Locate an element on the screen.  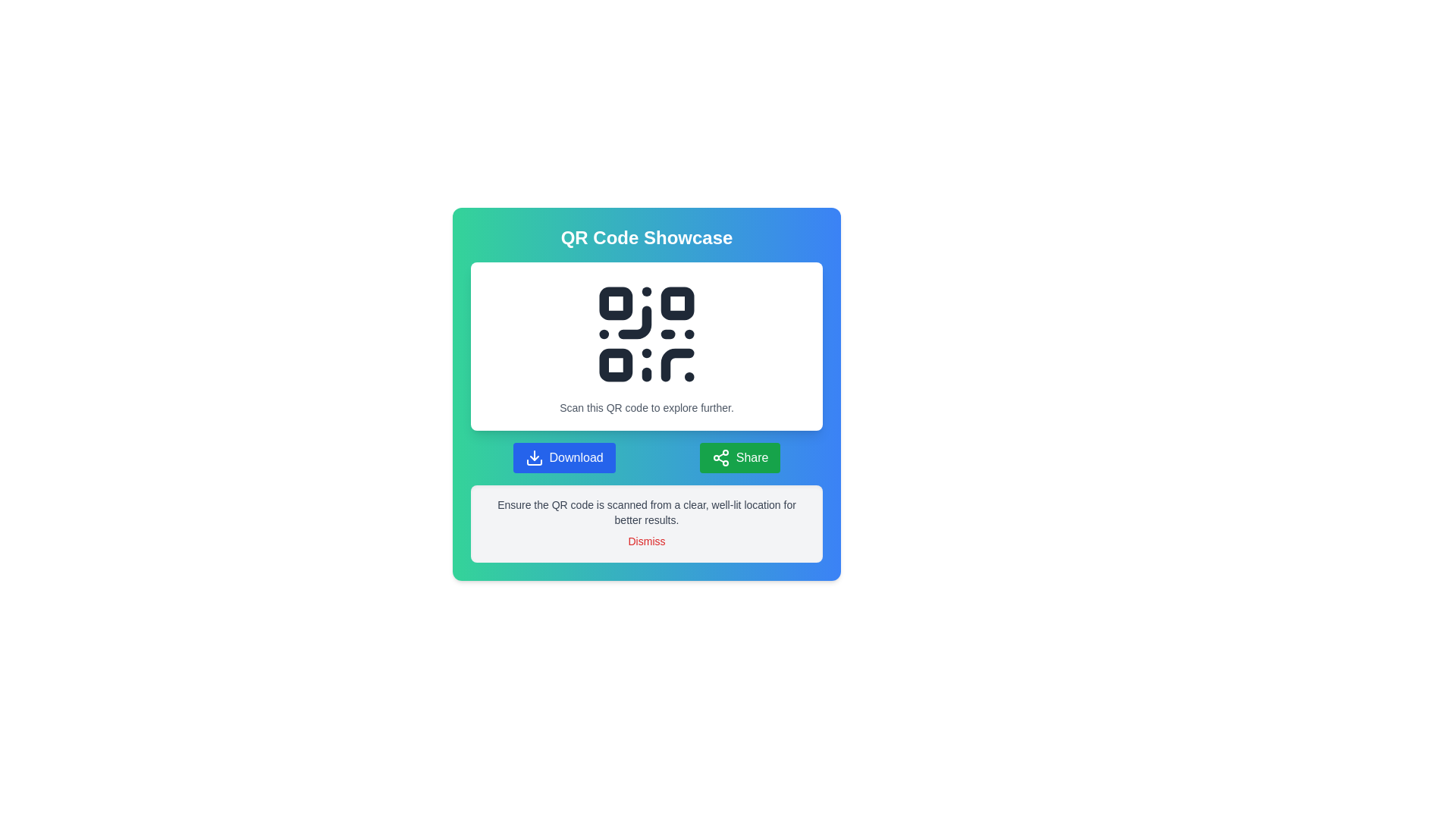
the second square in the top row of the QR code, which is a small black square with rounded corners positioned to the right of the first square is located at coordinates (676, 303).